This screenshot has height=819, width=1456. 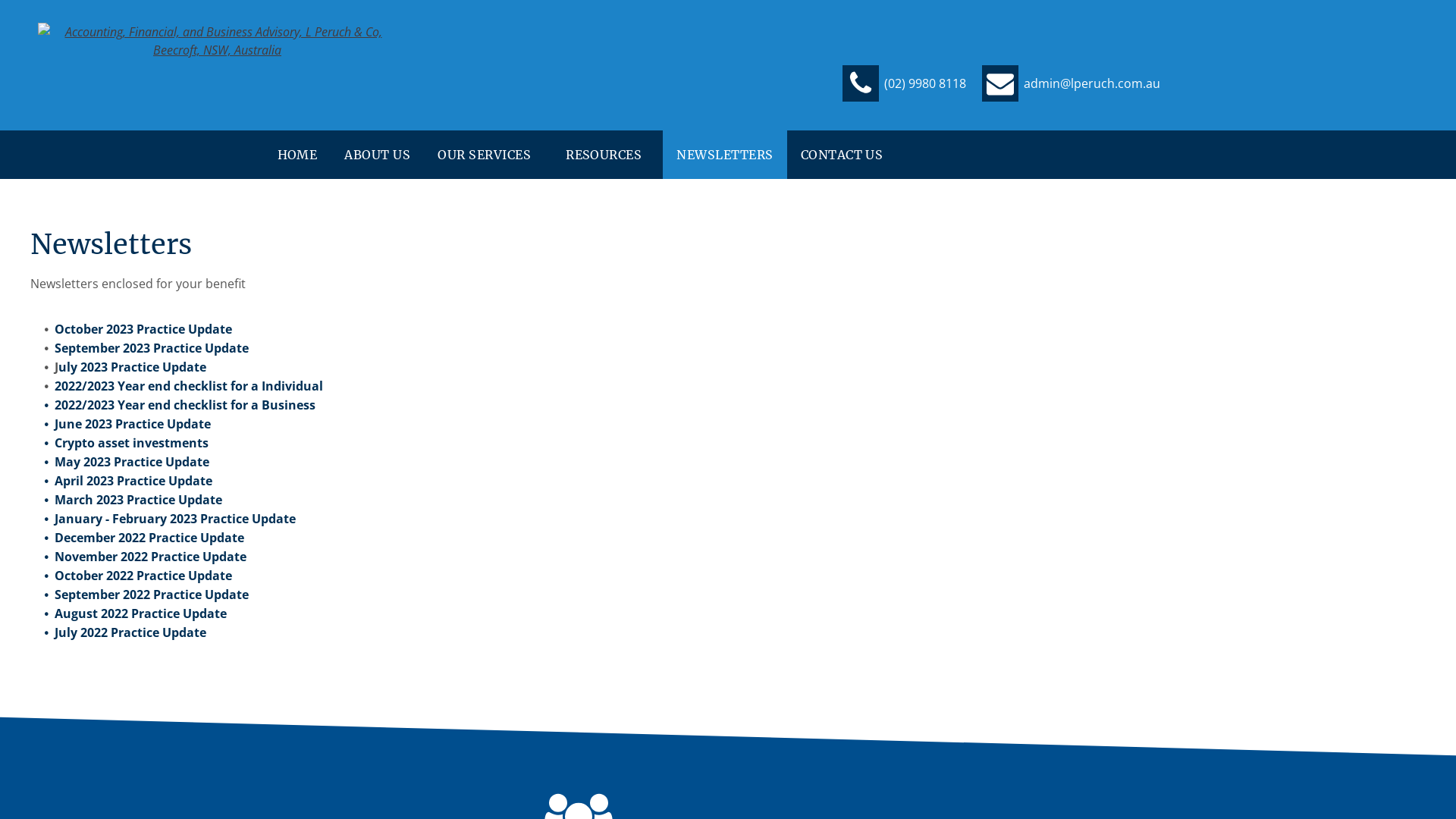 What do you see at coordinates (140, 613) in the screenshot?
I see `'August 2022 Practice Update'` at bounding box center [140, 613].